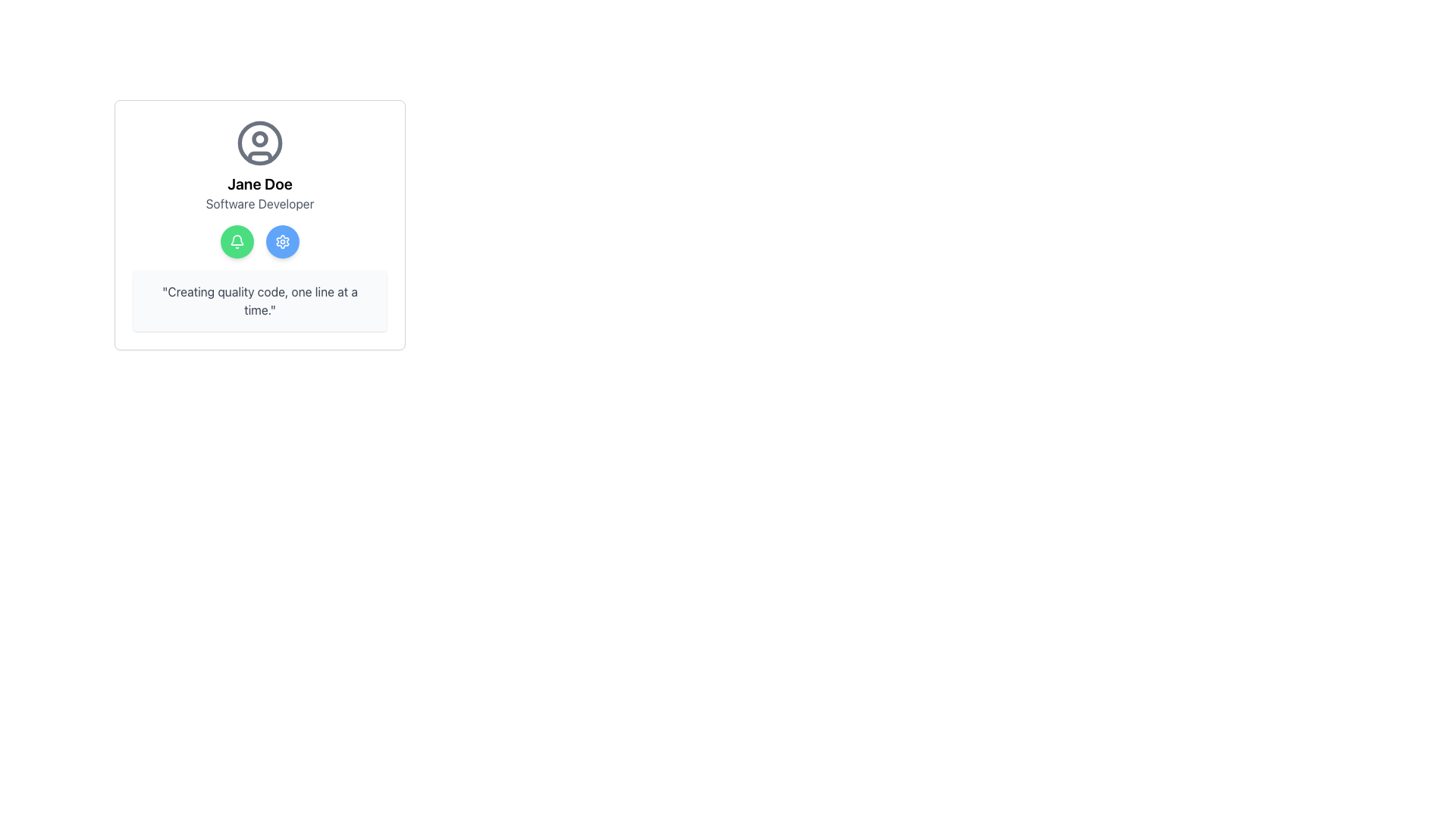  Describe the element at coordinates (283, 241) in the screenshot. I see `the settings button, which is the second circular button from the left located below the user profile information, to observe the scaling effect` at that location.